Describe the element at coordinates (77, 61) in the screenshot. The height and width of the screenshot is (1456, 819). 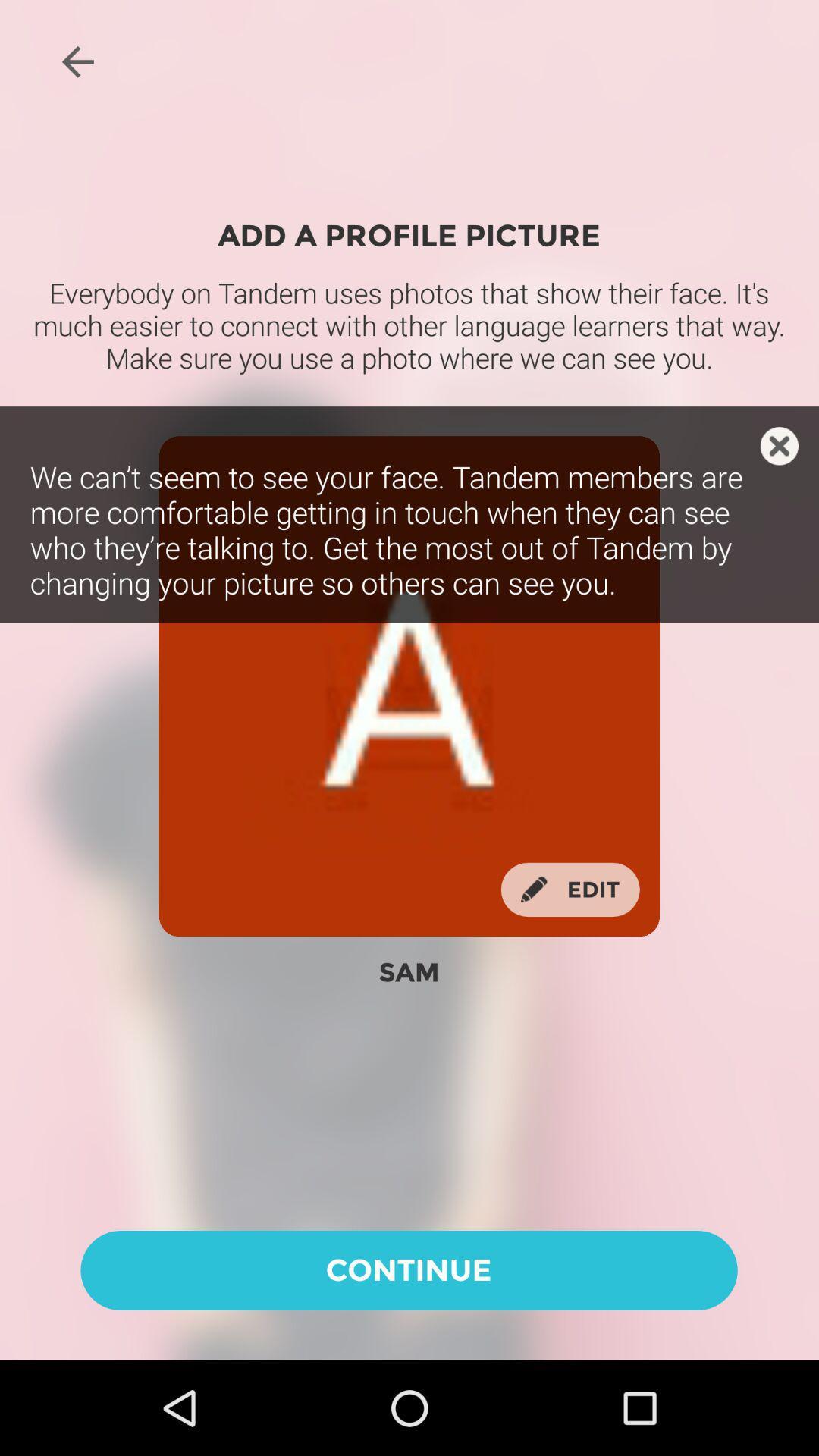
I see `the icon above the everybody on tandem icon` at that location.